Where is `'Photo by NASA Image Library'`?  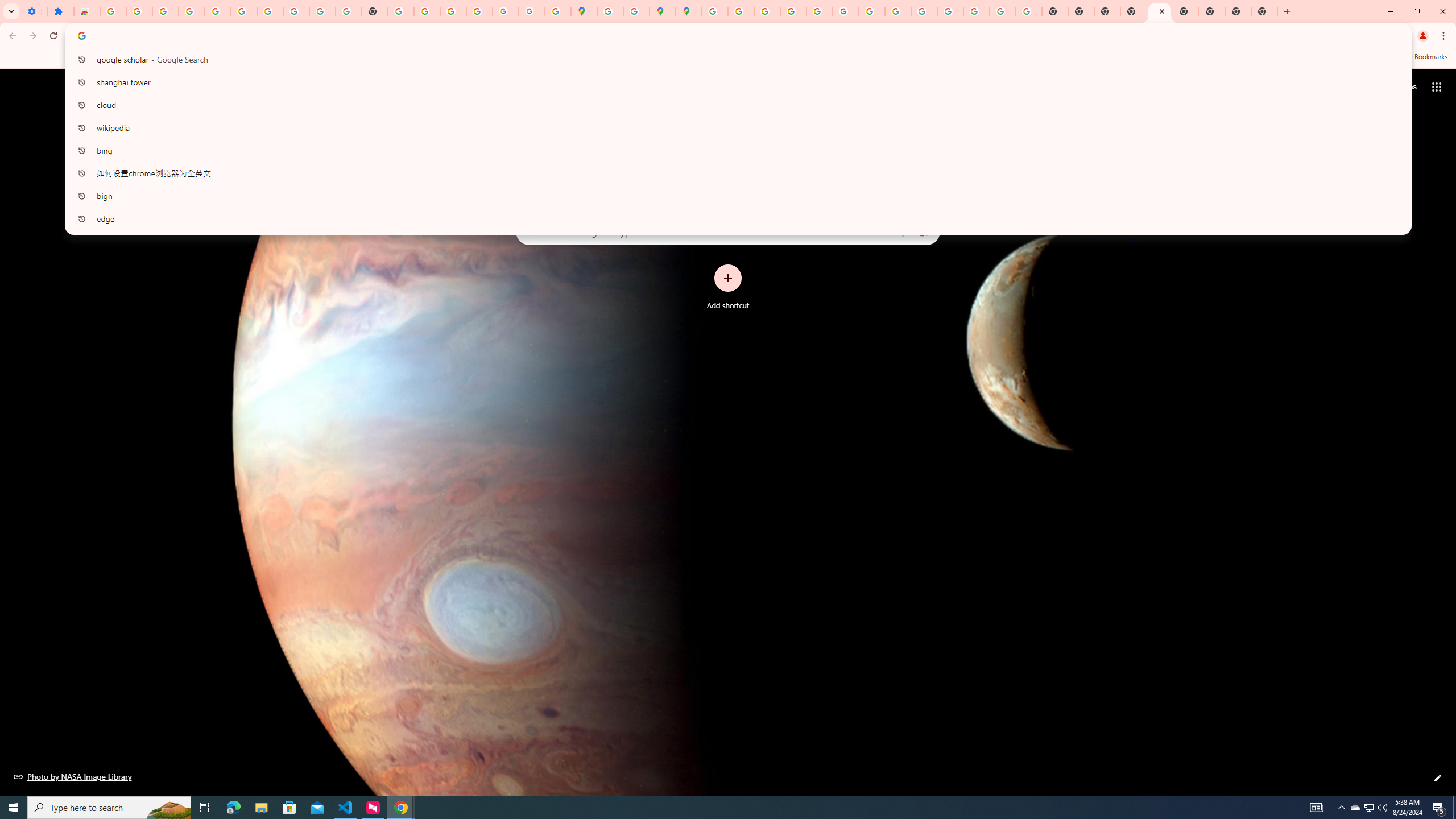
'Photo by NASA Image Library' is located at coordinates (72, 776).